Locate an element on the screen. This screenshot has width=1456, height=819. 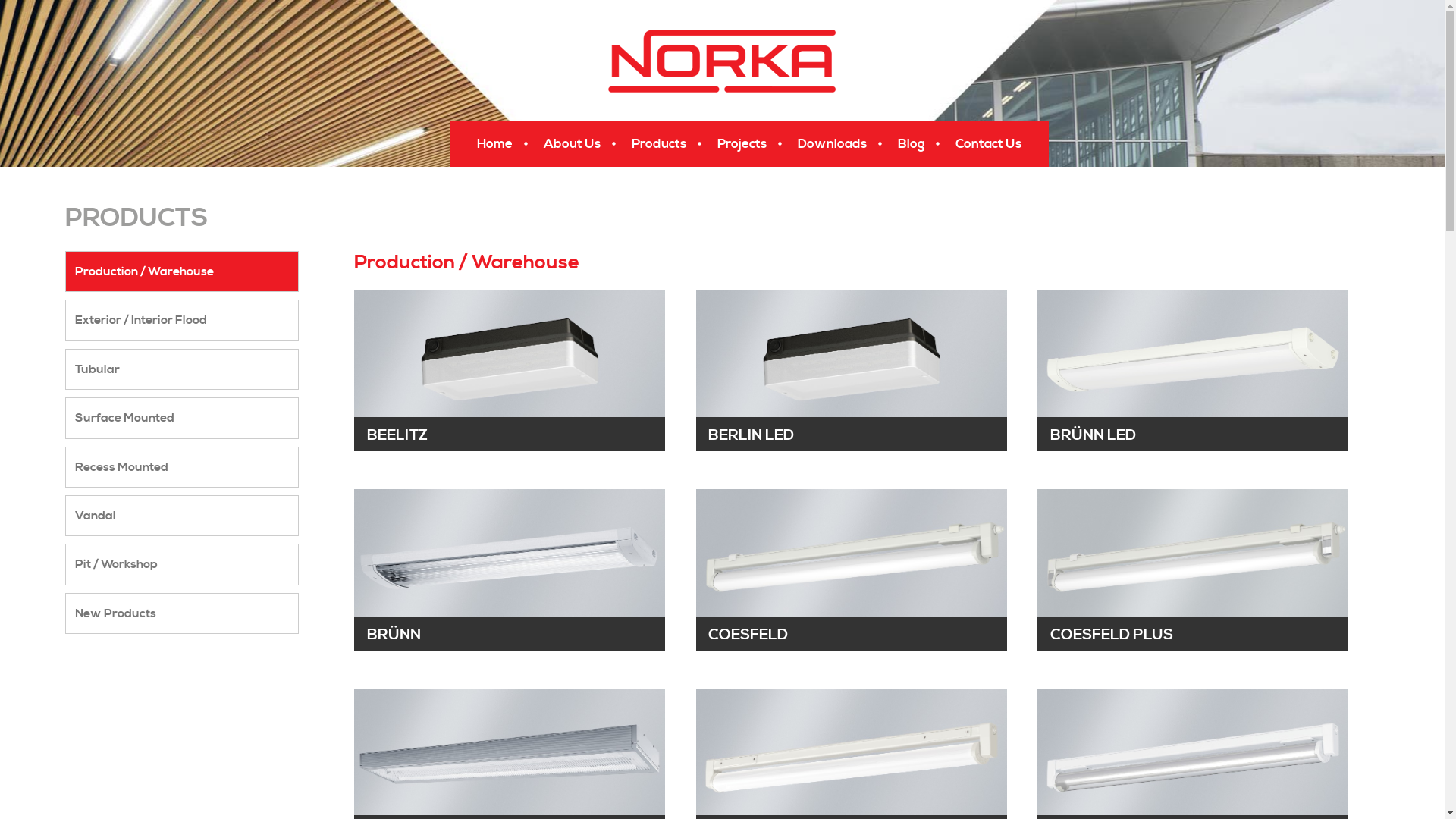
'Contact Us' is located at coordinates (990, 143).